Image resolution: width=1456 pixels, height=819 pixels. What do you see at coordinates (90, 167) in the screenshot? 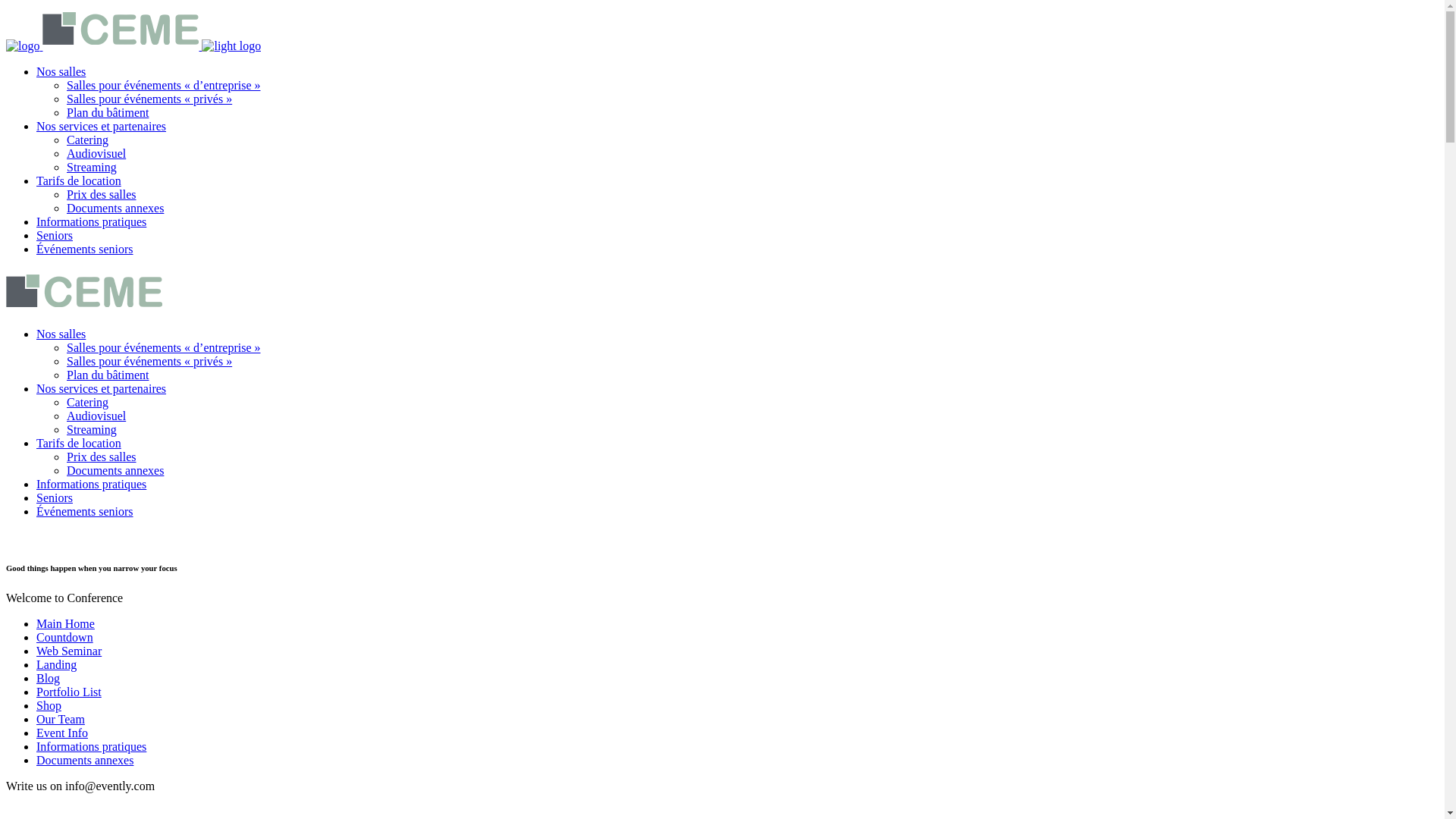
I see `'Streaming'` at bounding box center [90, 167].